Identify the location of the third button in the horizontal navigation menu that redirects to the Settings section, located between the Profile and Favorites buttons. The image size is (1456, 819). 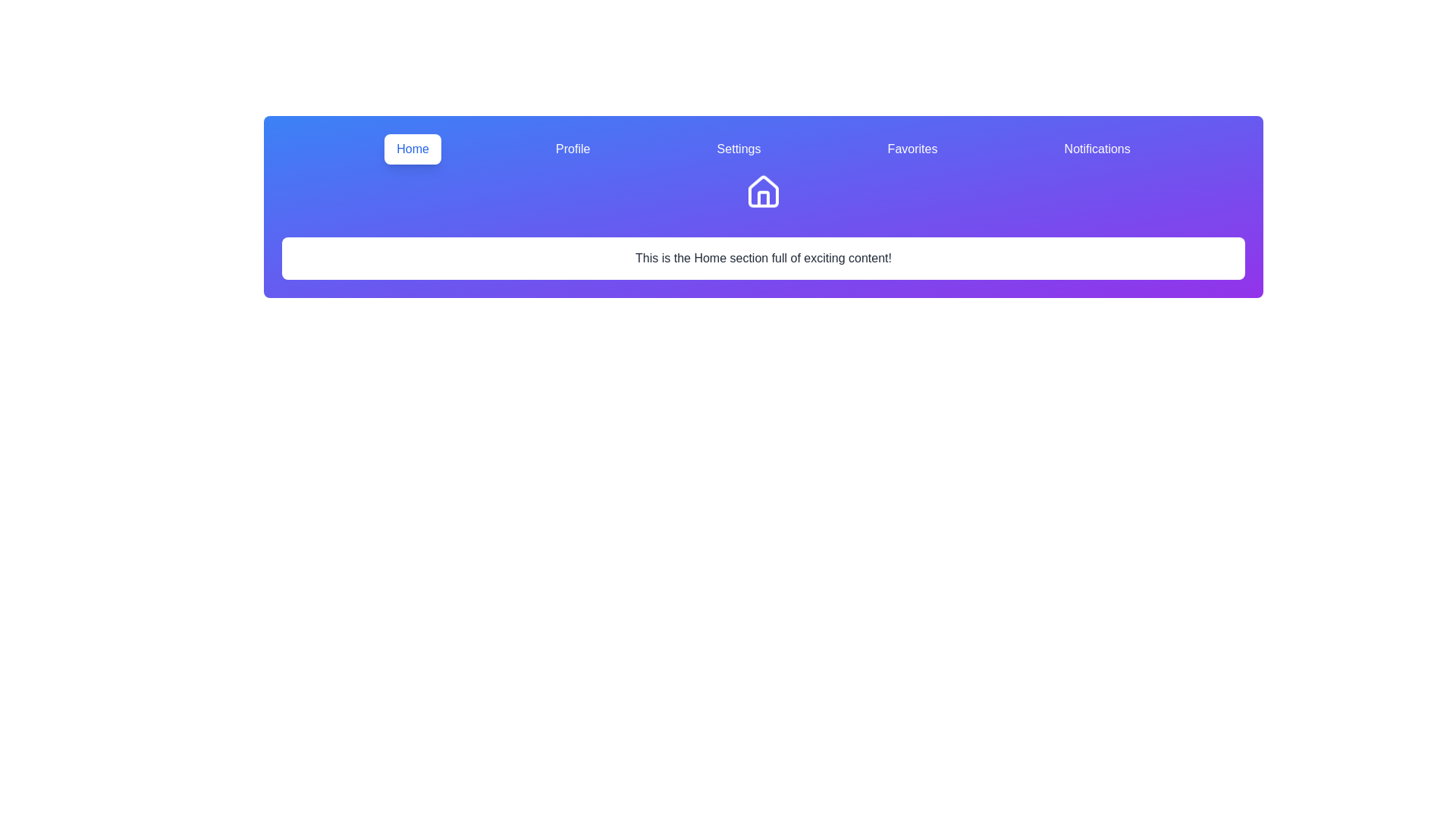
(739, 149).